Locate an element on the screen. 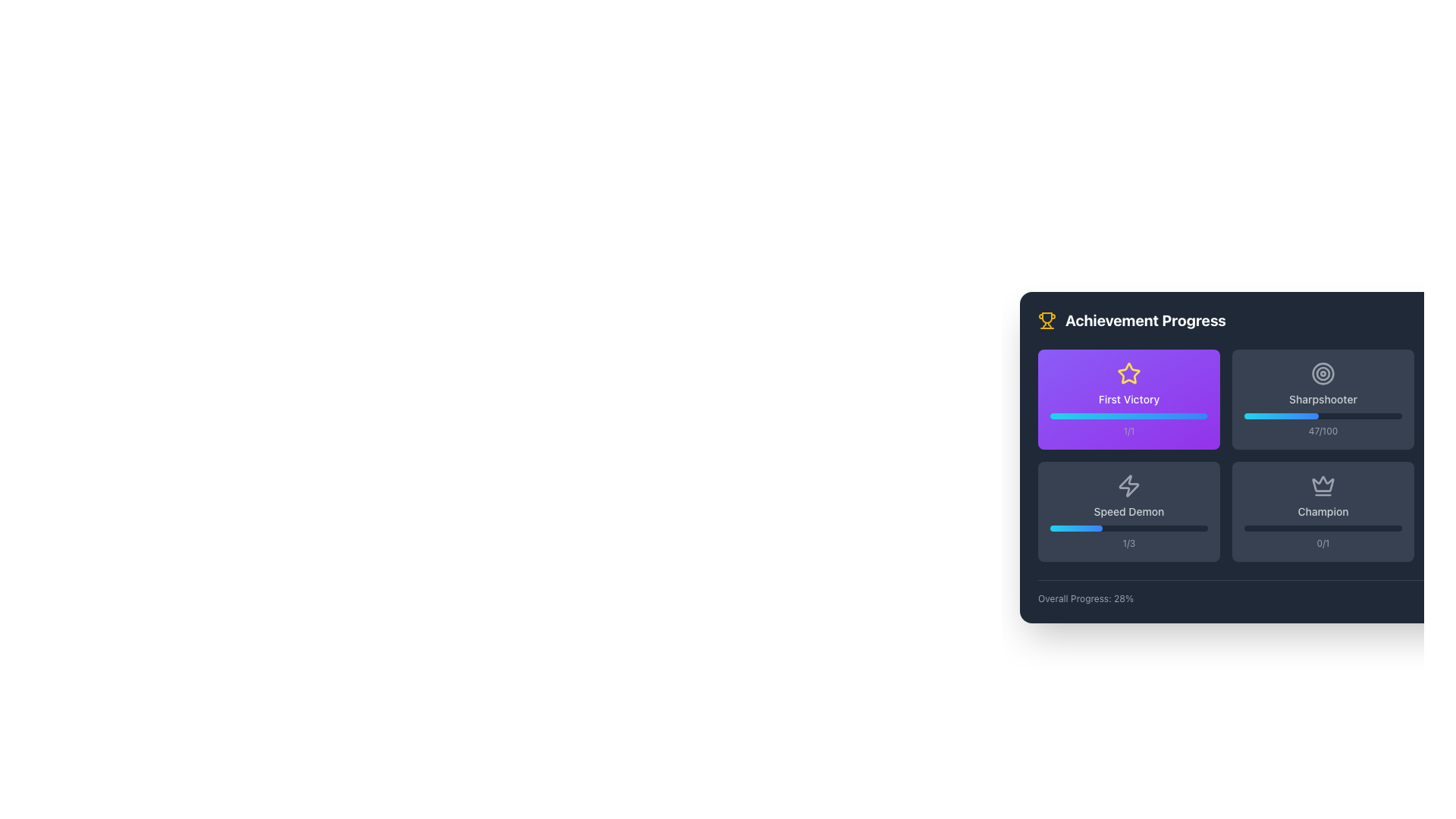 The height and width of the screenshot is (819, 1456). the filled portion of the Progress bar segment under the 'Speed Demon' label within the 'Achievement Progress' card, which represents the completion status visually is located at coordinates (1075, 528).